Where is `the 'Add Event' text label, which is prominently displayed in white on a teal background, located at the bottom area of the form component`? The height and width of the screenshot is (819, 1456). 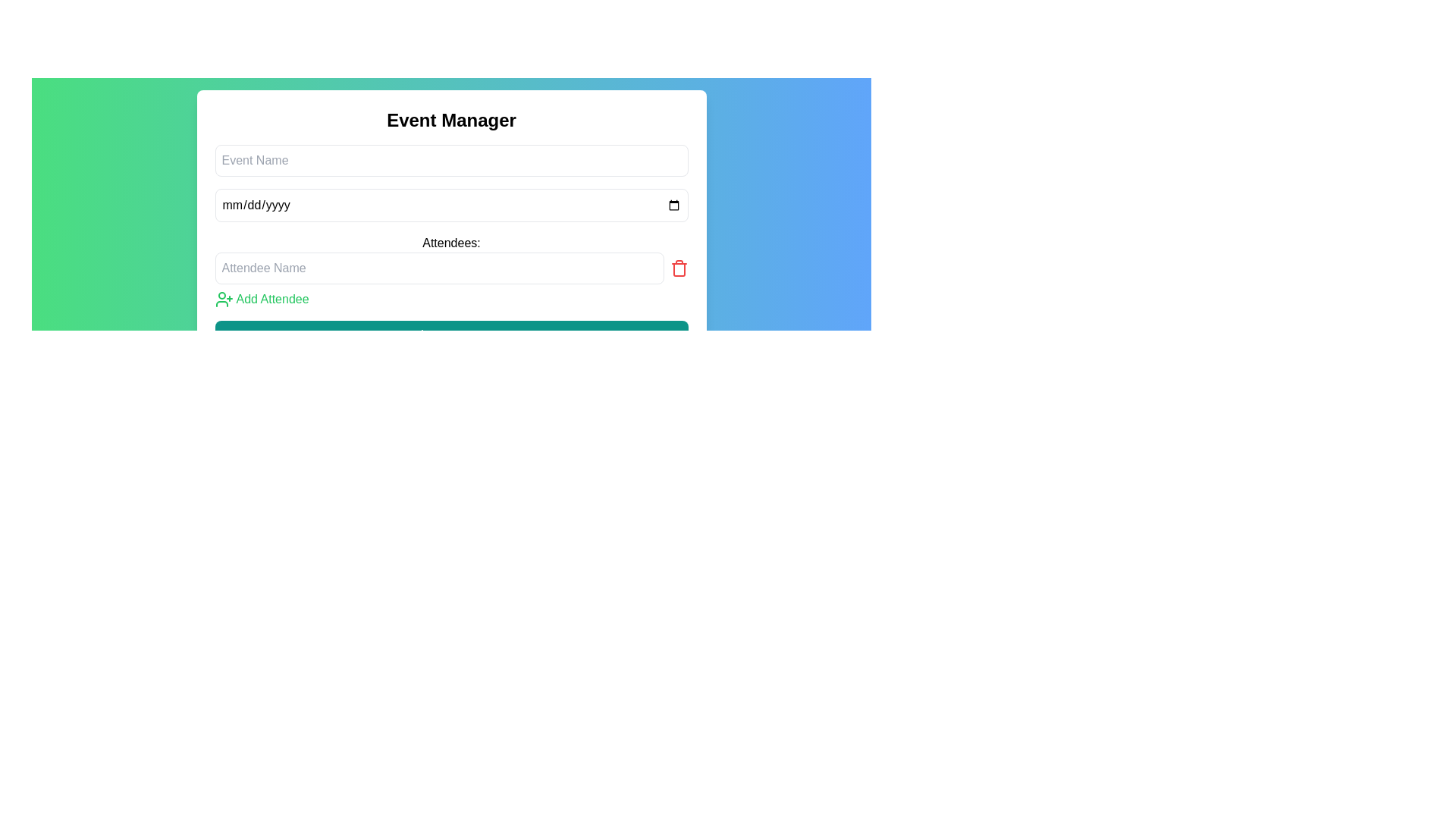 the 'Add Event' text label, which is prominently displayed in white on a teal background, located at the bottom area of the form component is located at coordinates (461, 335).